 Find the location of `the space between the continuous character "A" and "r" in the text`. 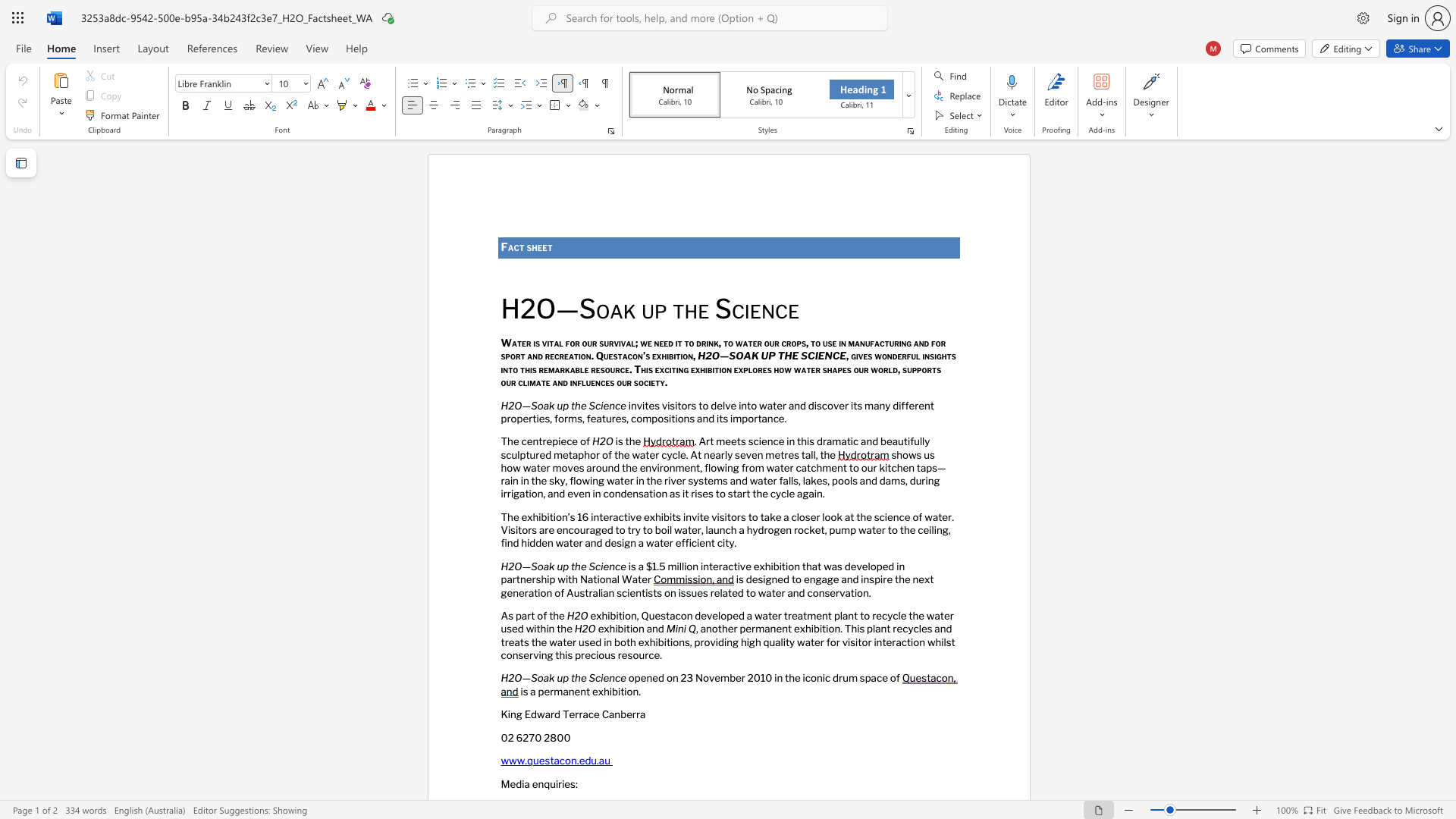

the space between the continuous character "A" and "r" in the text is located at coordinates (704, 441).